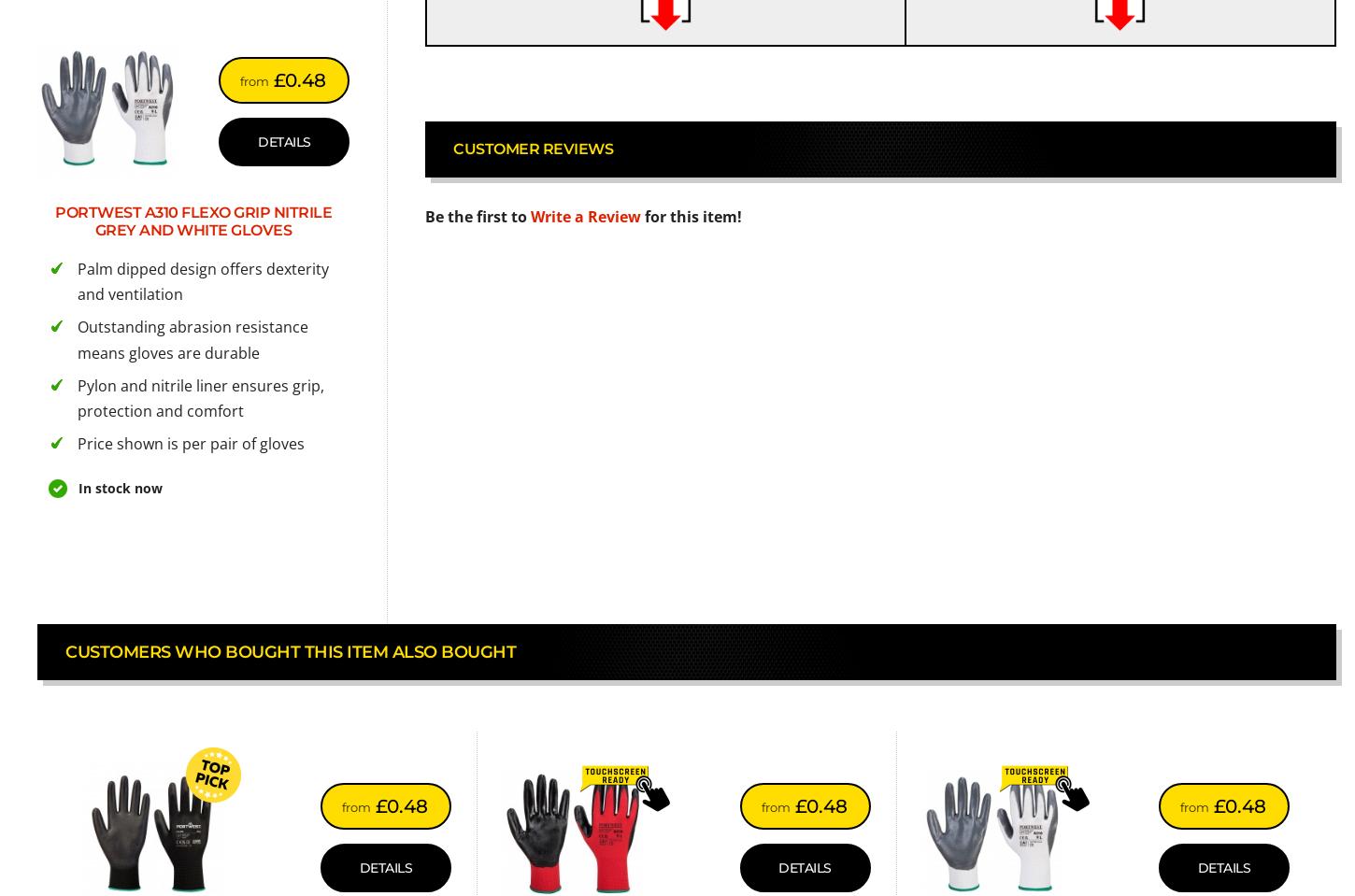 The width and height of the screenshot is (1355, 896). Describe the element at coordinates (644, 216) in the screenshot. I see `'for this item!'` at that location.